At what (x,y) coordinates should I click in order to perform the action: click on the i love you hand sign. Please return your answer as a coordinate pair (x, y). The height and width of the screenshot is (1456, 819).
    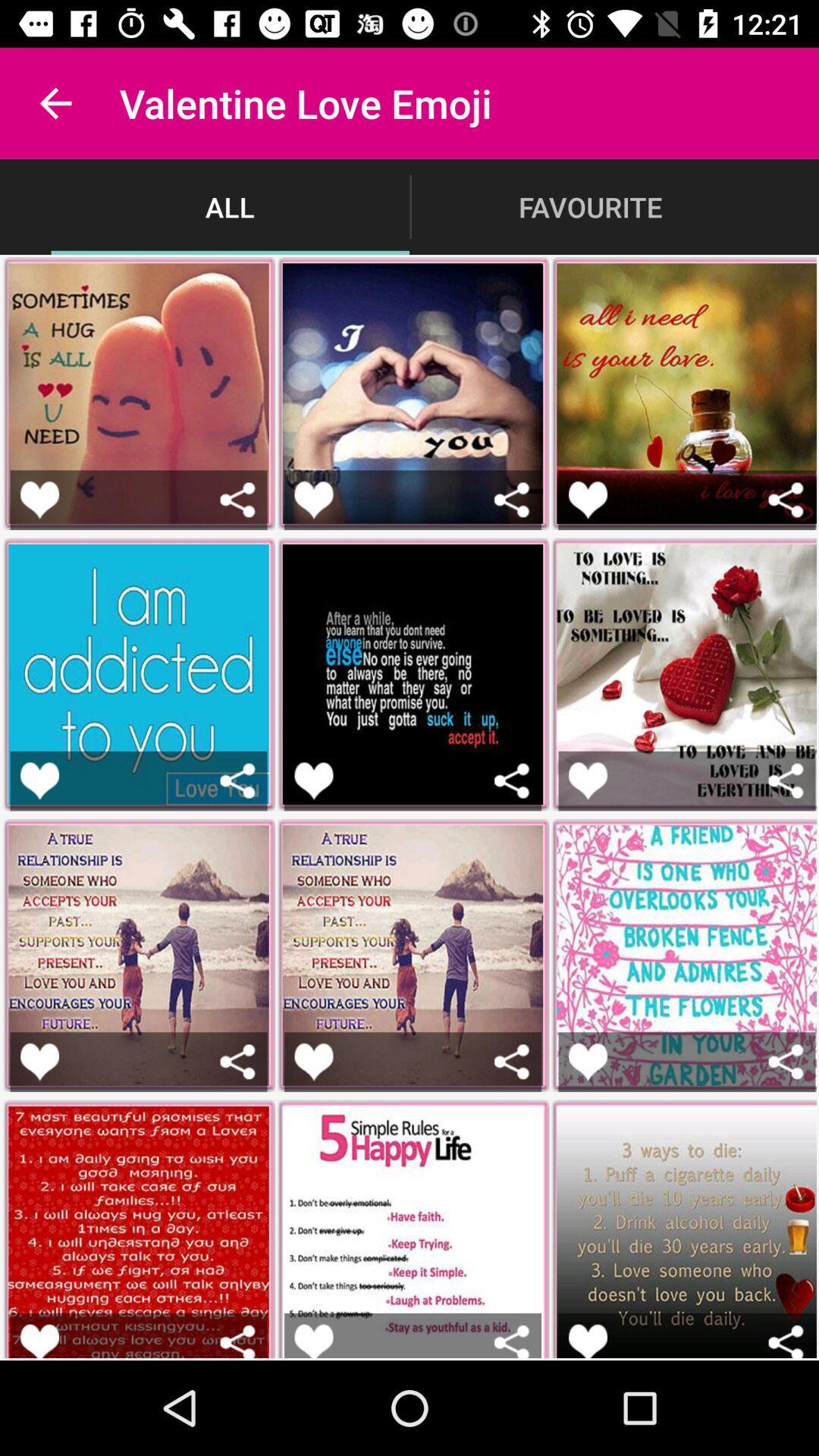
    Looking at the image, I should click on (312, 500).